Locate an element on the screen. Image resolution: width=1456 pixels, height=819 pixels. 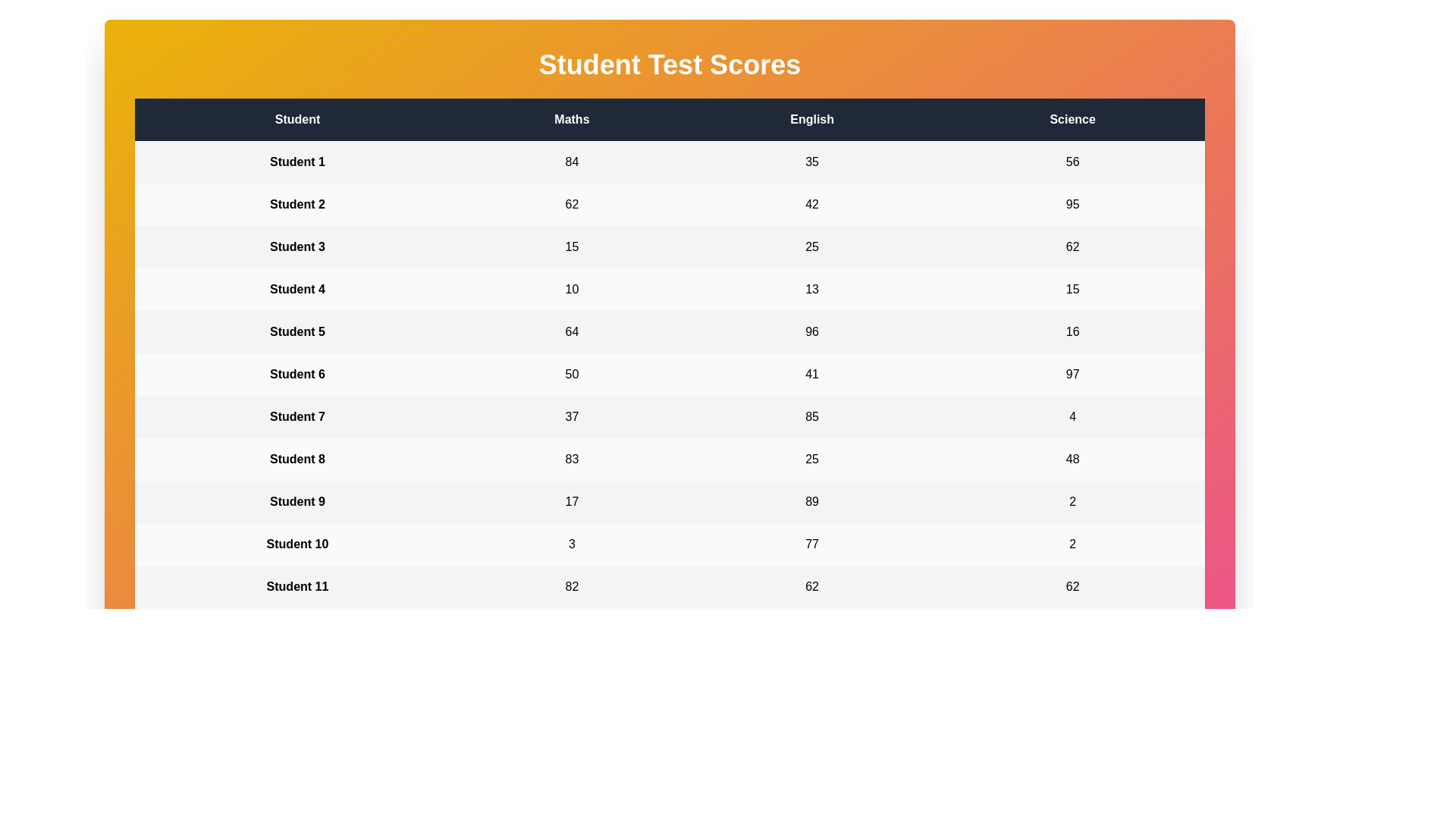
the Maths header to sort the column is located at coordinates (571, 119).